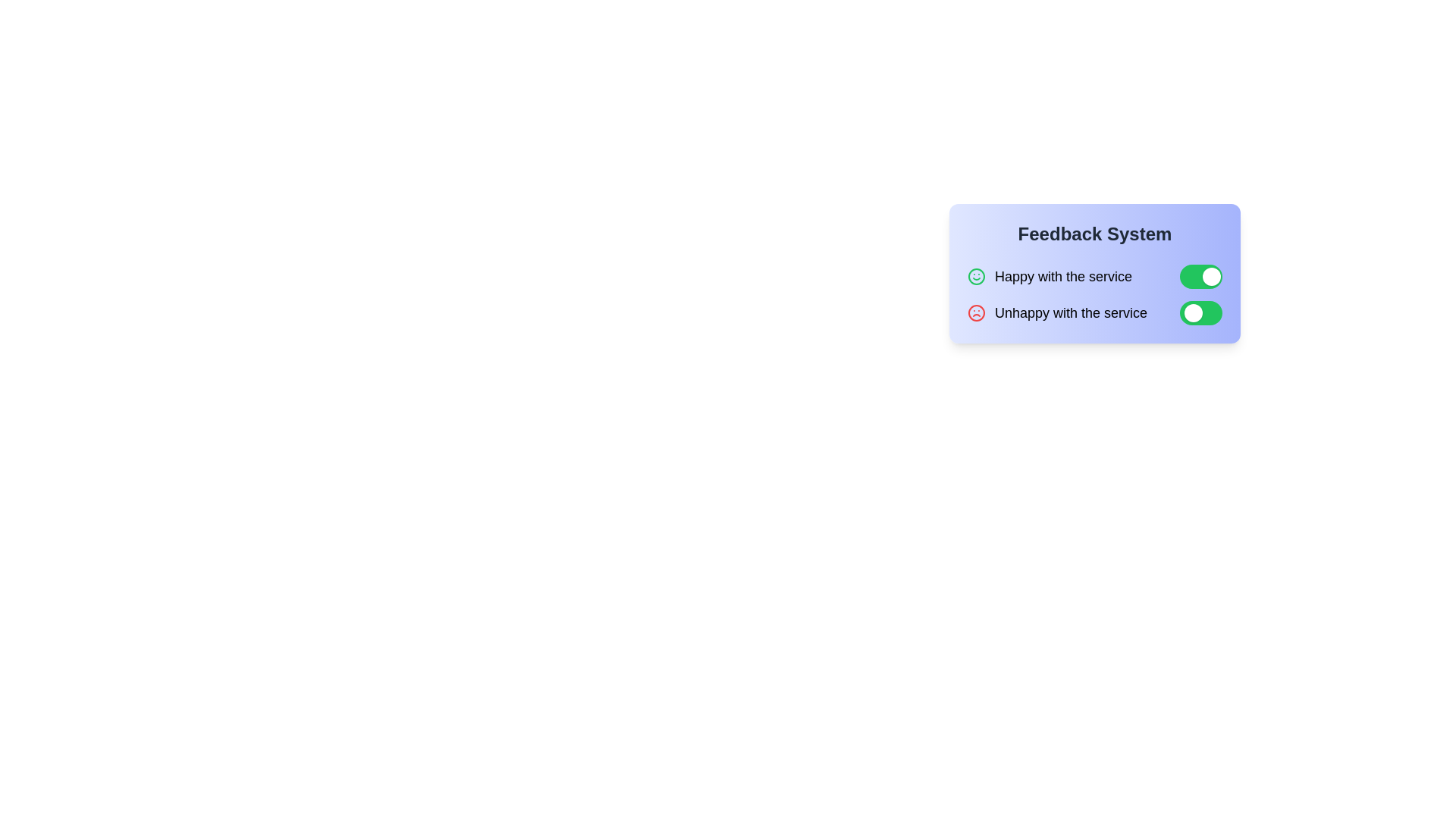  I want to click on the toggle switch located to the right of the text 'Unhappy with the service', so click(1200, 312).